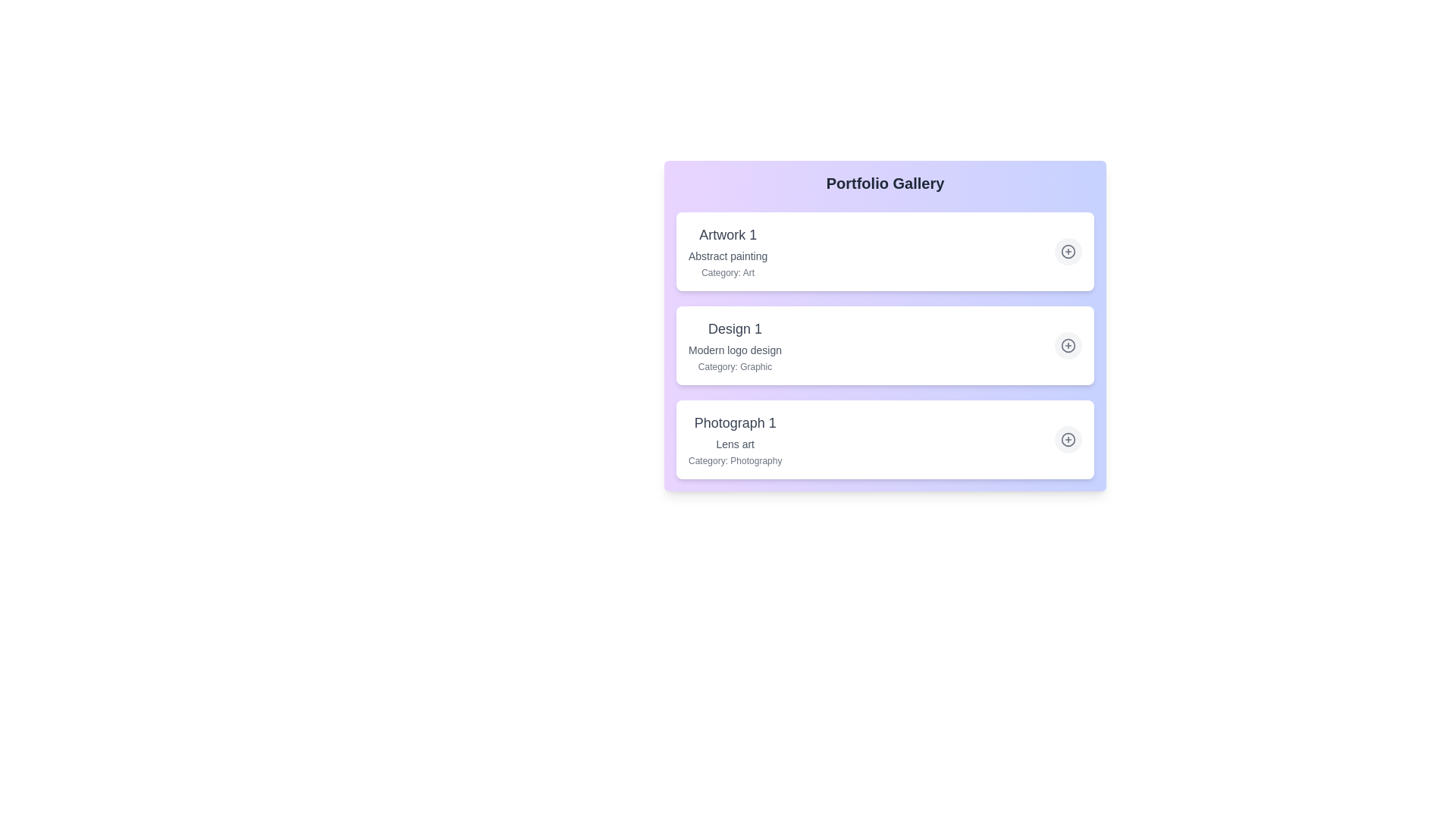 Image resolution: width=1456 pixels, height=819 pixels. I want to click on plus icon for the item titled Artwork 1, so click(1068, 250).